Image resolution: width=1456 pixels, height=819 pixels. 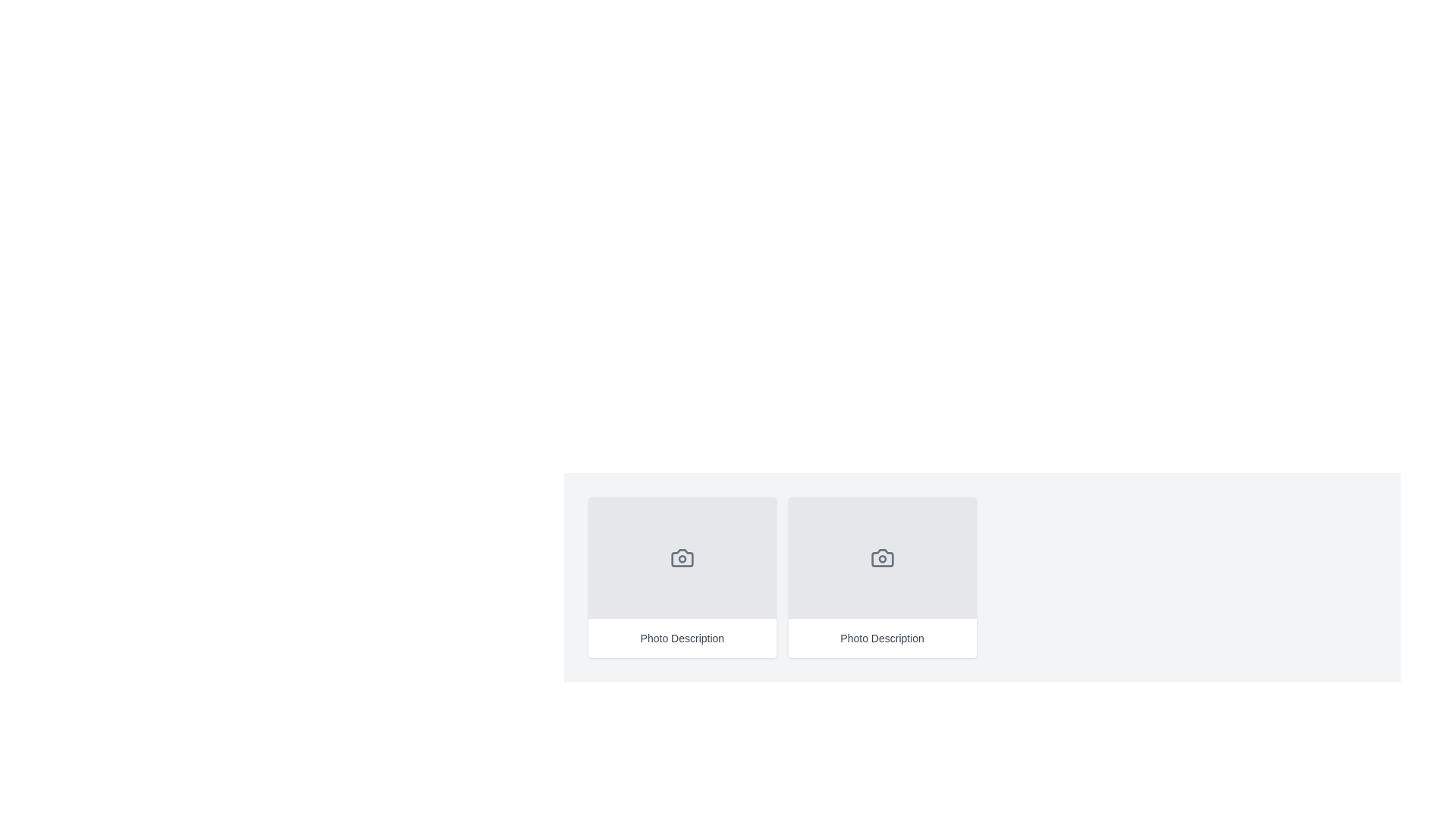 I want to click on the camera icon element located at the center of the leftmost column to access contextual actions, so click(x=681, y=558).